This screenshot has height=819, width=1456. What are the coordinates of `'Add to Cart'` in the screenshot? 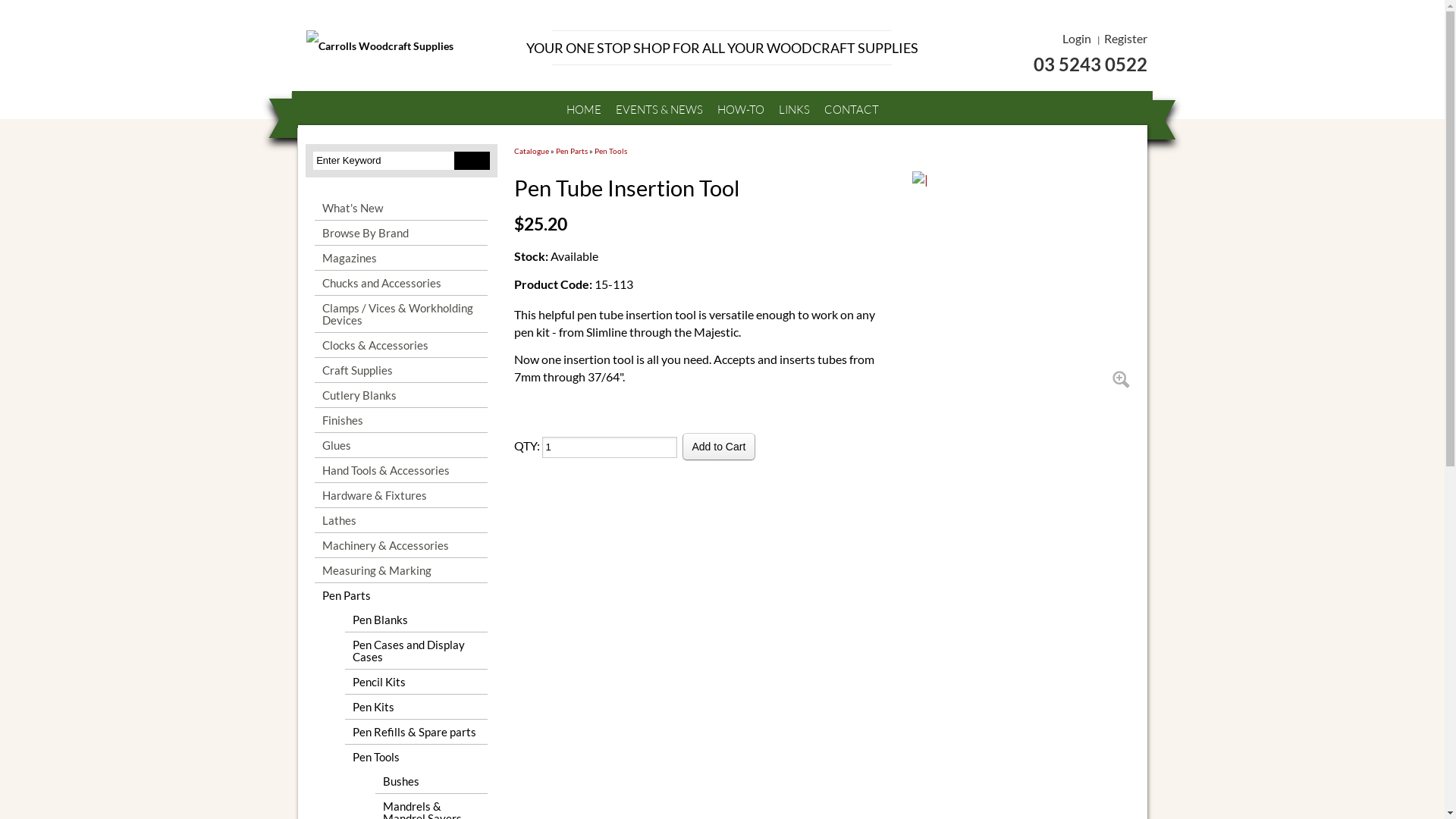 It's located at (718, 446).